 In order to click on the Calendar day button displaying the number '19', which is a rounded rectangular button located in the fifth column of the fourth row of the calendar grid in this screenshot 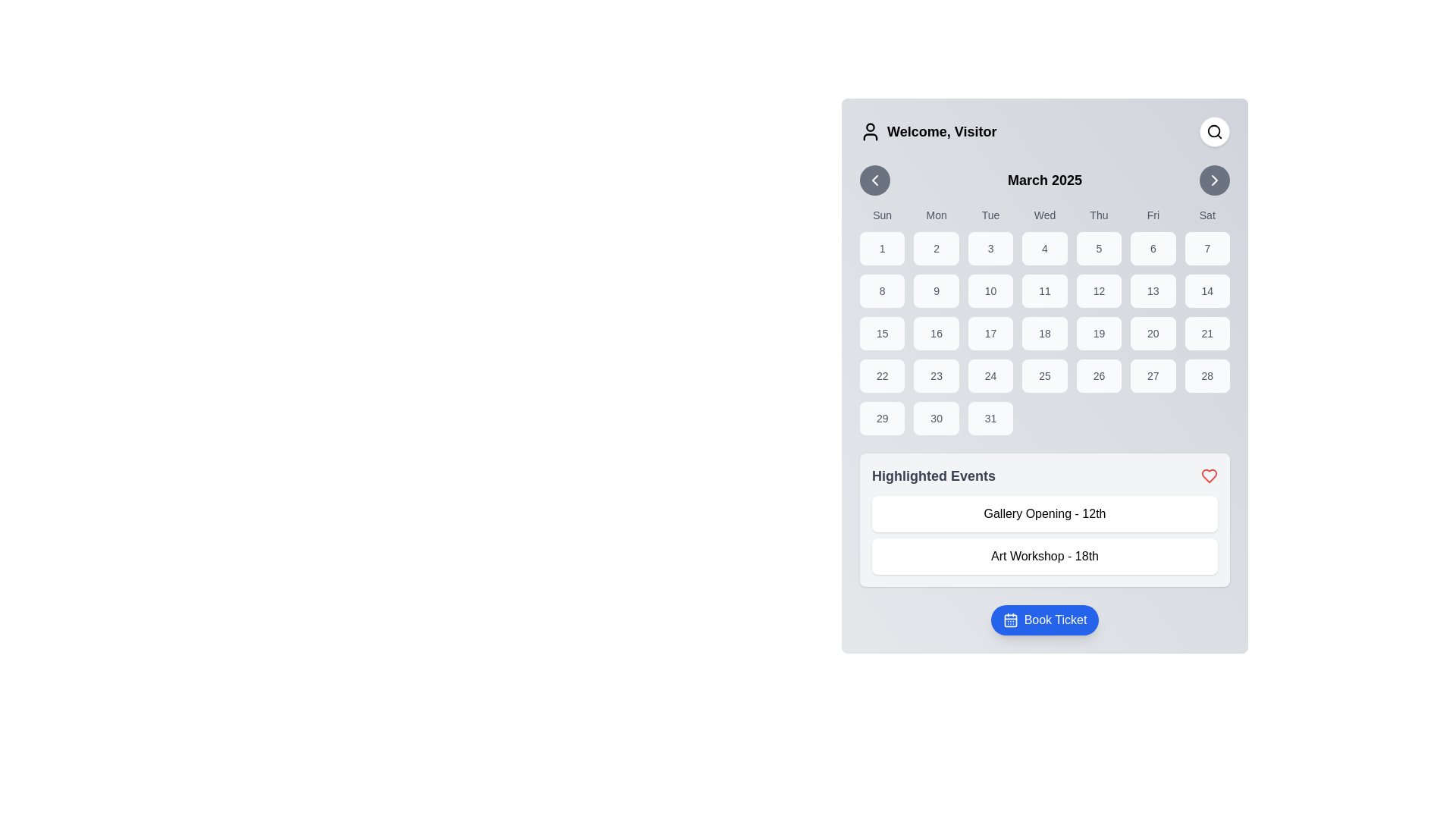, I will do `click(1099, 332)`.